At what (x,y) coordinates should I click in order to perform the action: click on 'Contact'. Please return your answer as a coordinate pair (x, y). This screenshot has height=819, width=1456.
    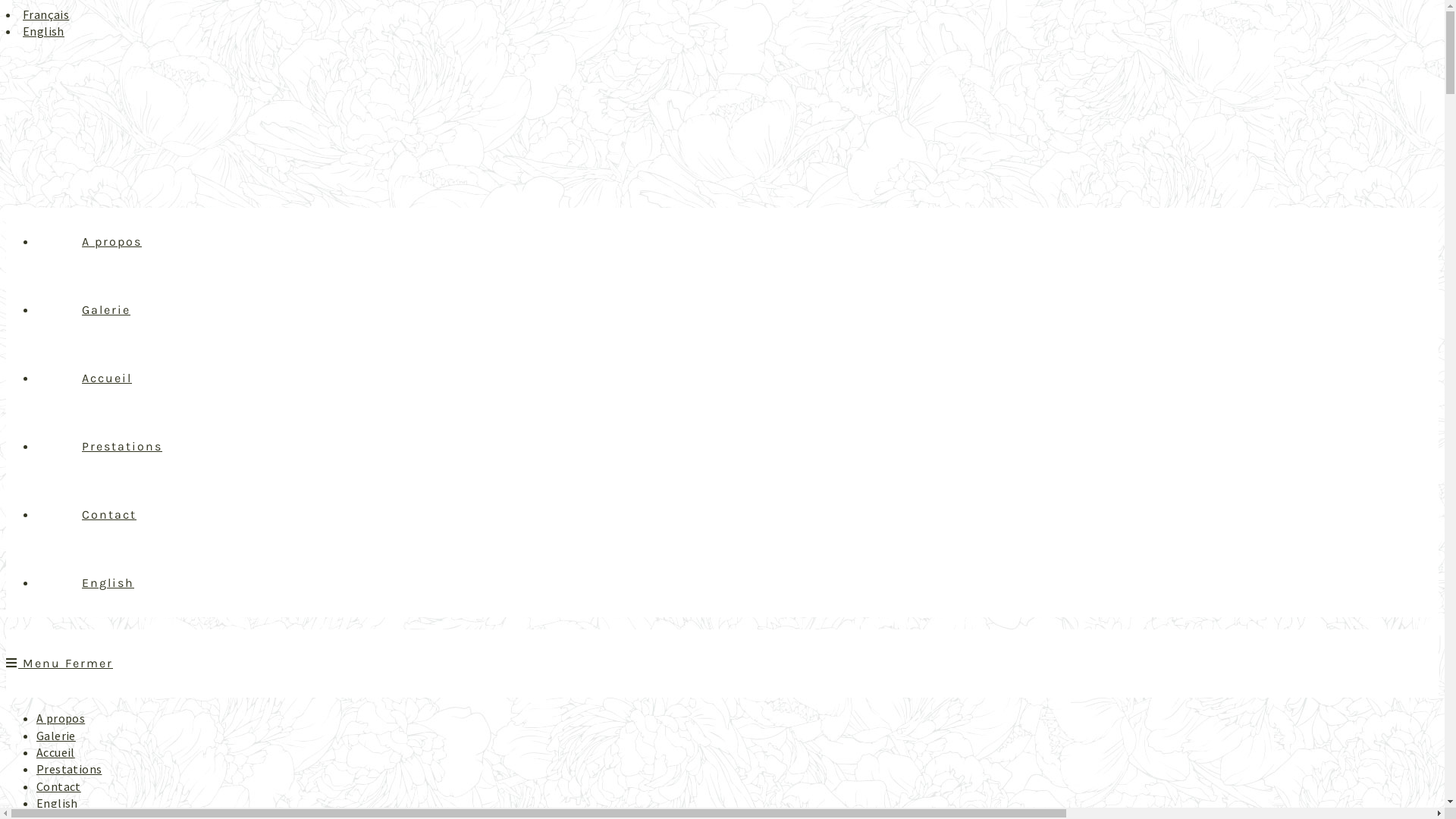
    Looking at the image, I should click on (58, 786).